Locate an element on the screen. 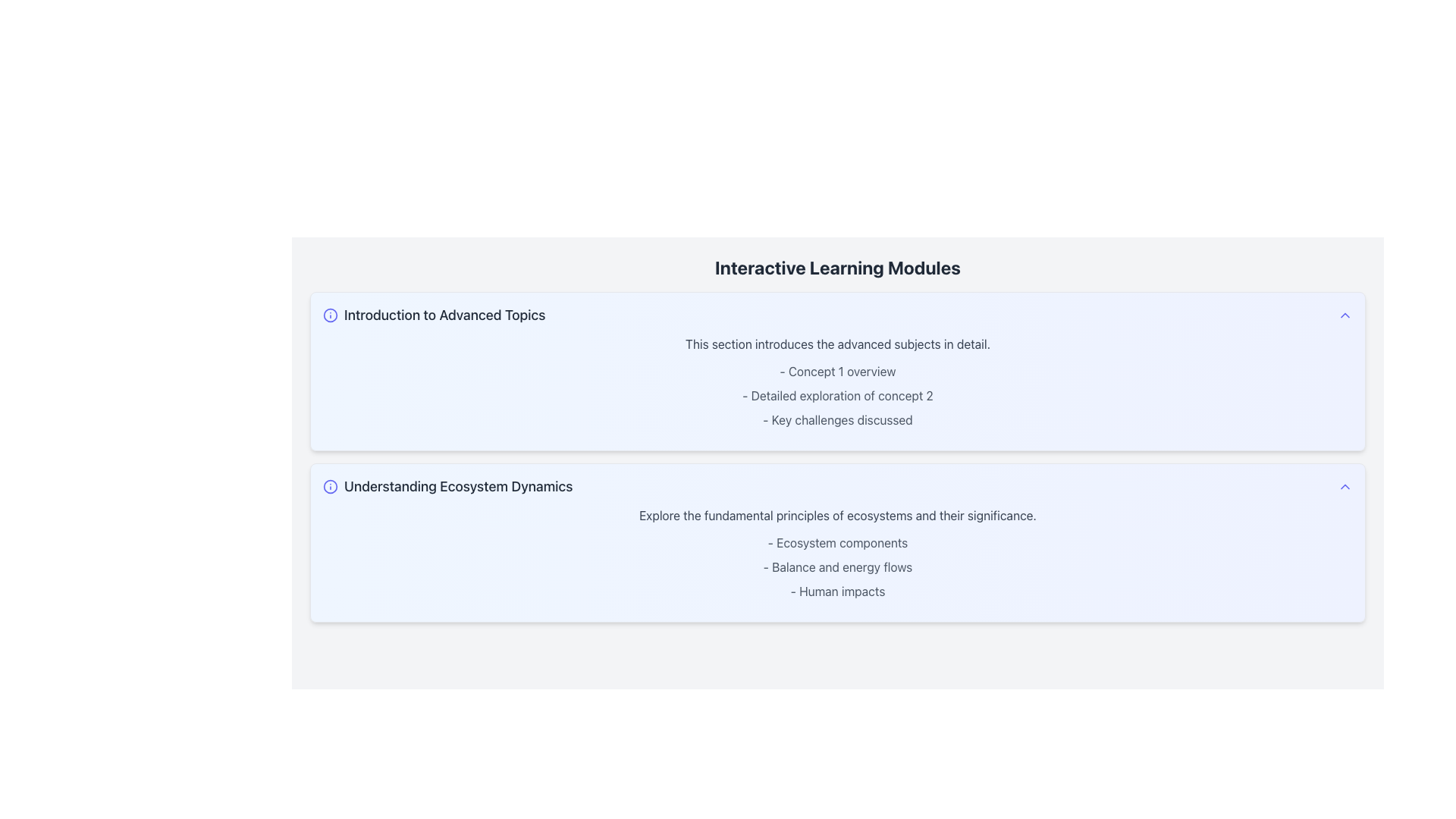 The image size is (1456, 819). the informational icon located at the top-left of the 'Introduction to Advanced Topics' card is located at coordinates (330, 315).